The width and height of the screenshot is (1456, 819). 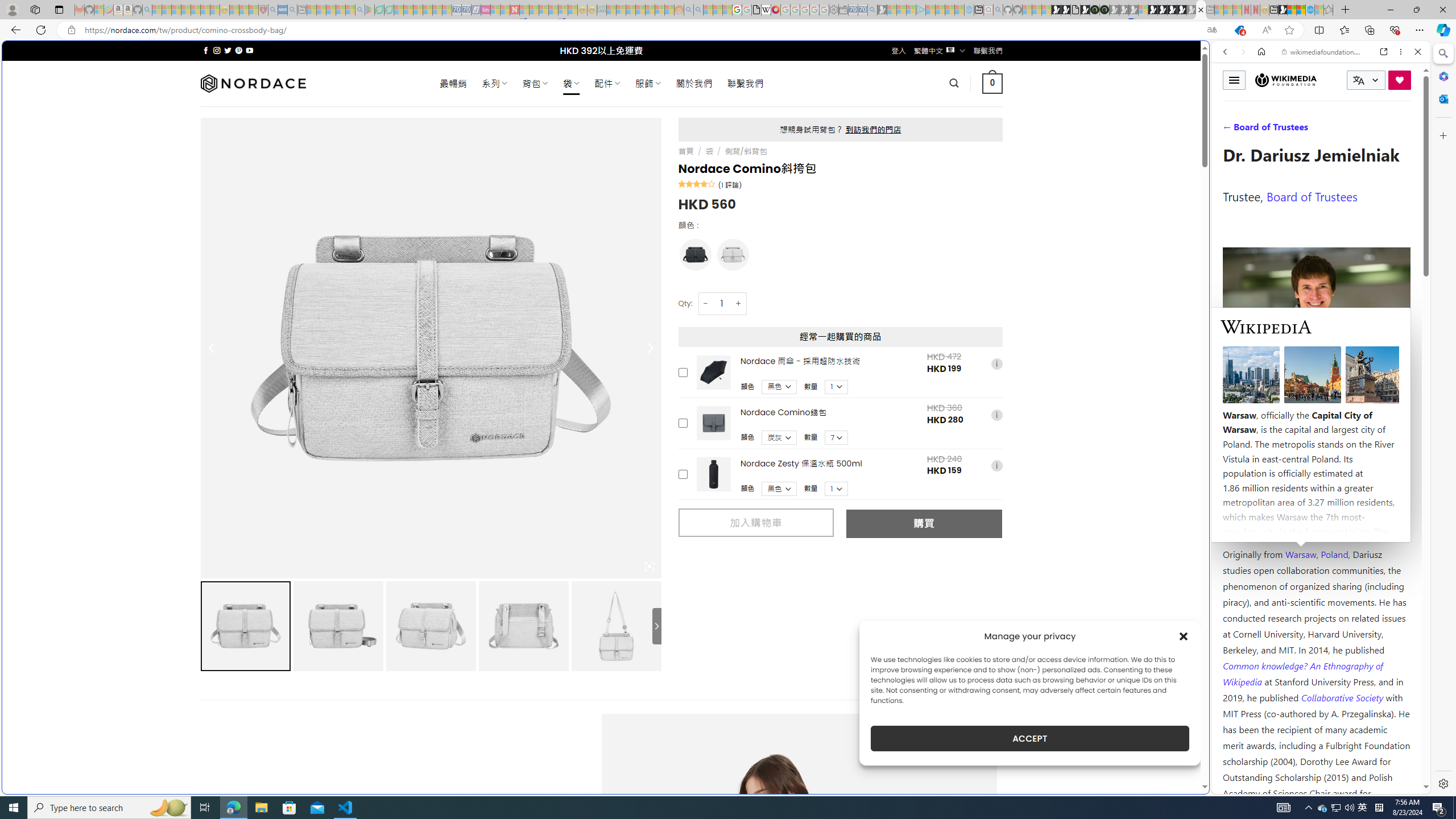 I want to click on 'utah sues federal government - Search', so click(x=923, y=388).